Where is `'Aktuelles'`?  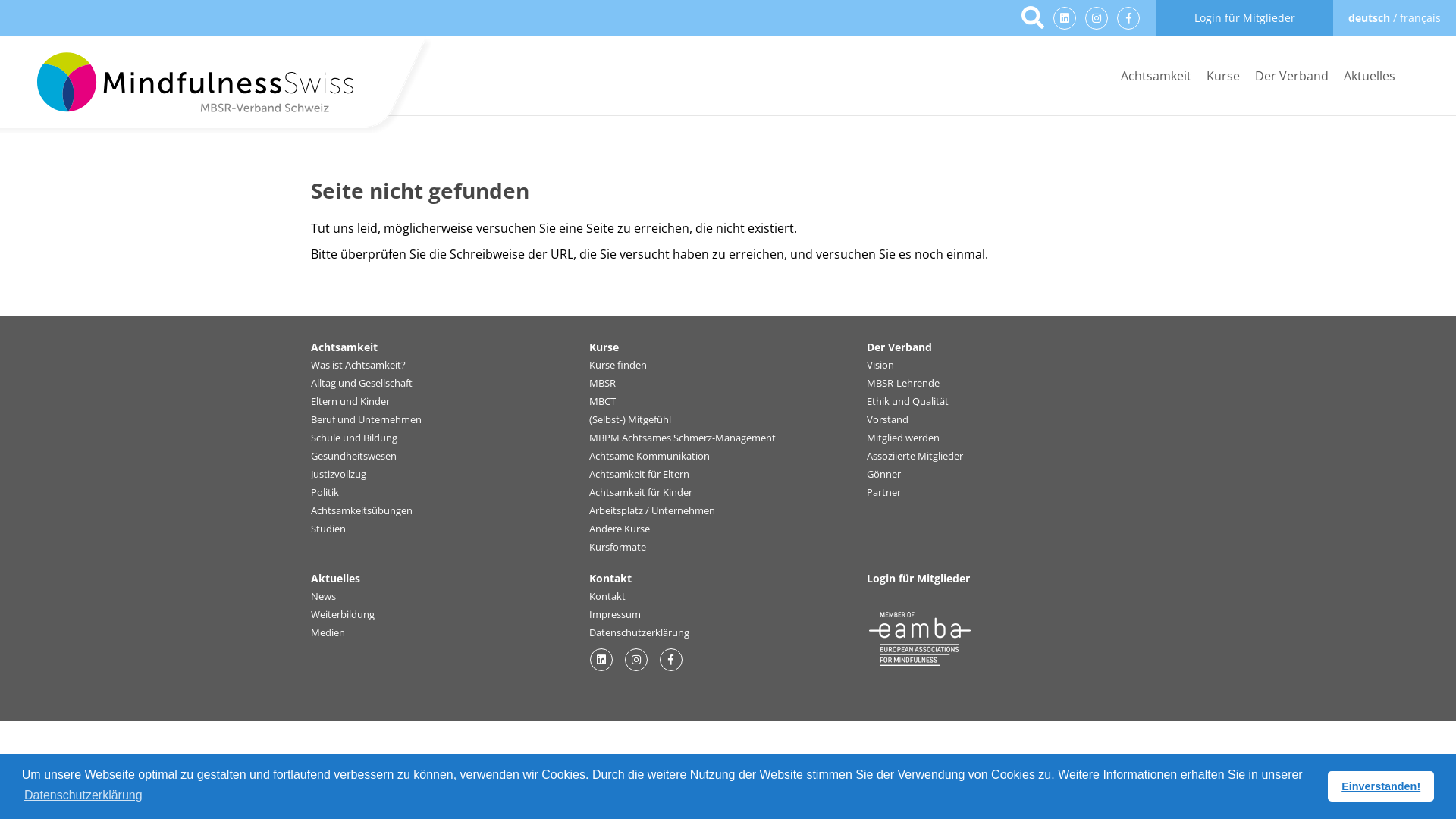 'Aktuelles' is located at coordinates (1369, 76).